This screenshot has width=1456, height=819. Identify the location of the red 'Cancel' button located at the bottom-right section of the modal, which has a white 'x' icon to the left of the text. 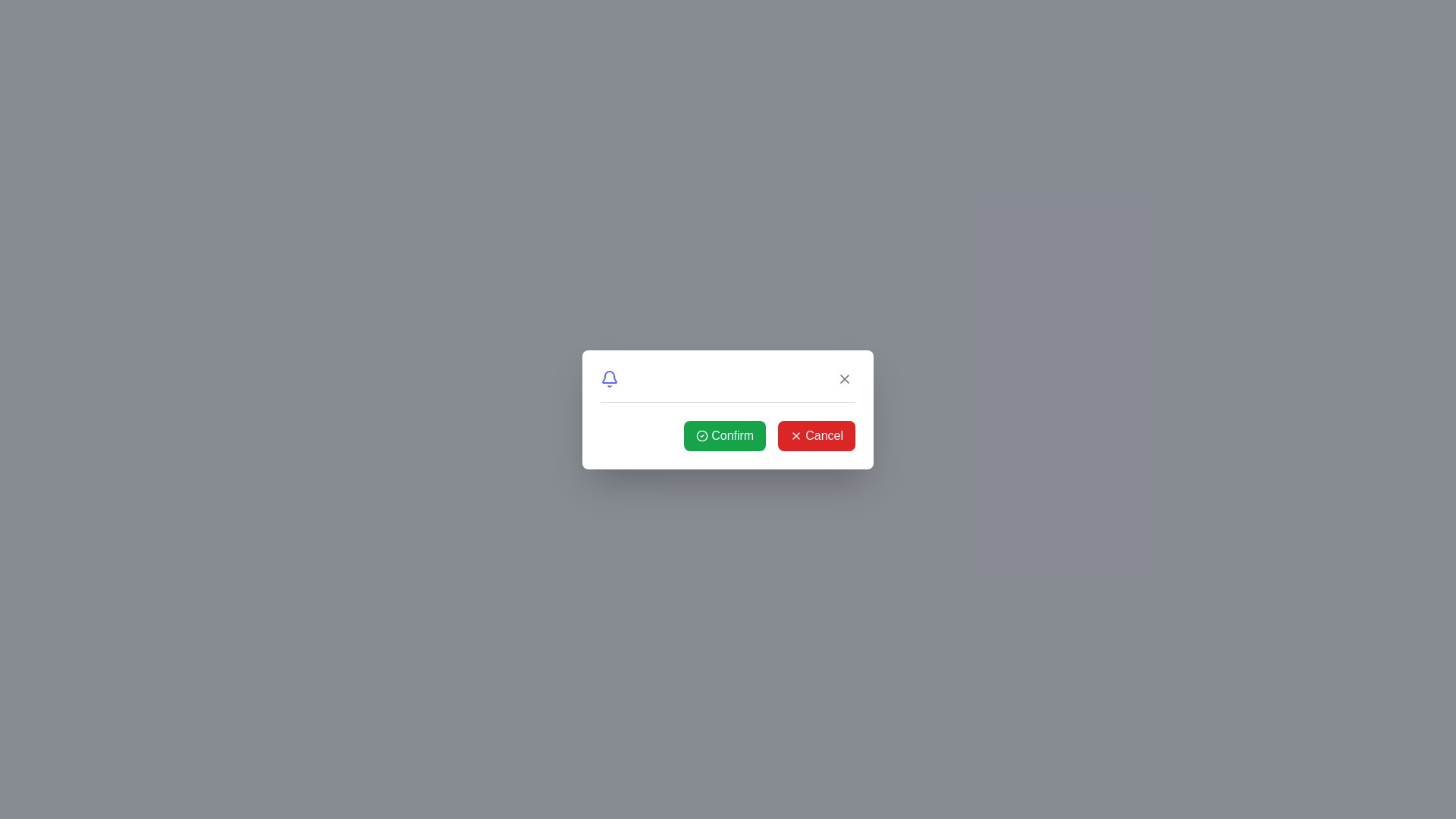
(816, 435).